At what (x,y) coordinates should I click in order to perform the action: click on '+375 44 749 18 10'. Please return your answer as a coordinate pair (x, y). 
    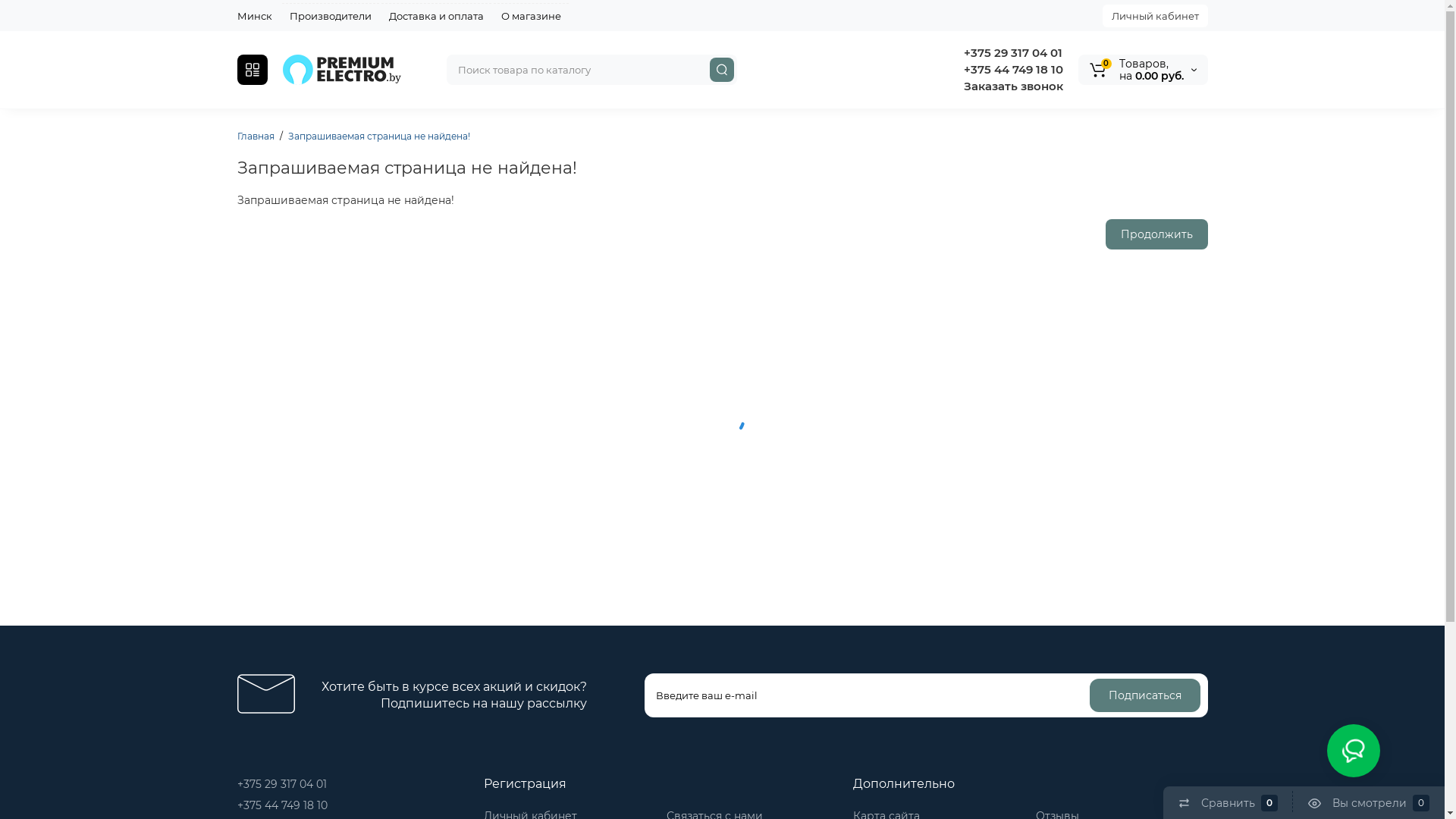
    Looking at the image, I should click on (281, 804).